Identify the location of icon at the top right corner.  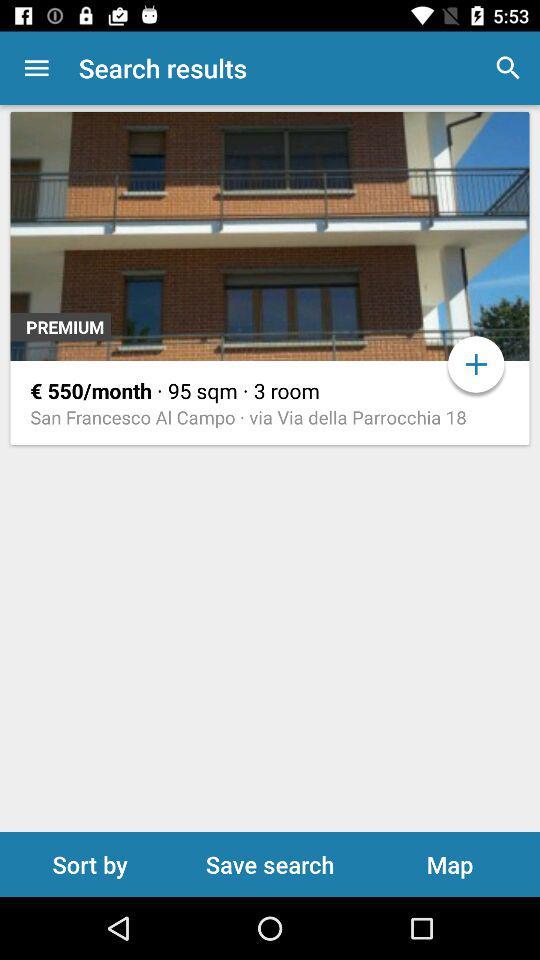
(508, 68).